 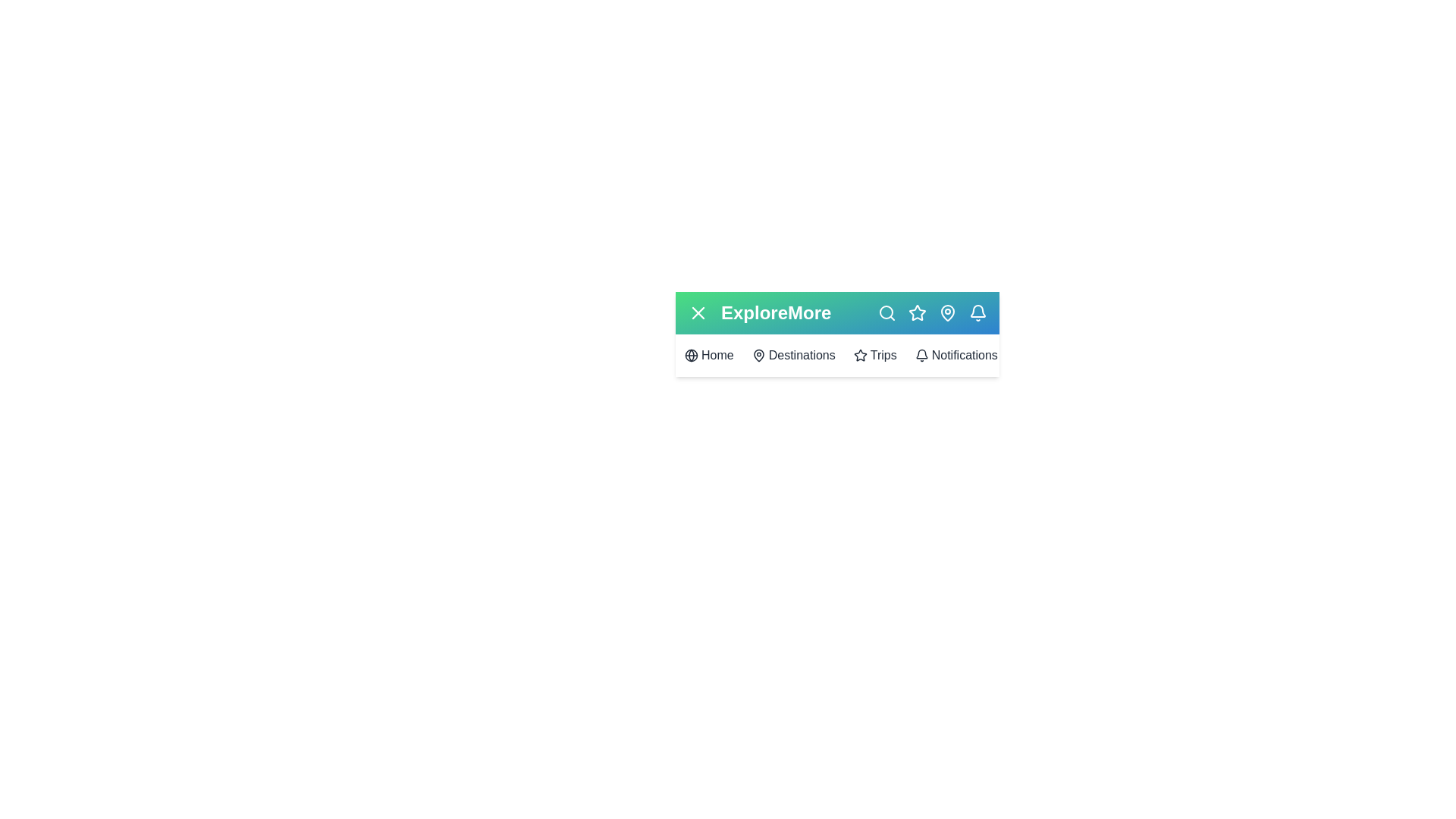 I want to click on the search icon in the navigation bar, so click(x=887, y=312).